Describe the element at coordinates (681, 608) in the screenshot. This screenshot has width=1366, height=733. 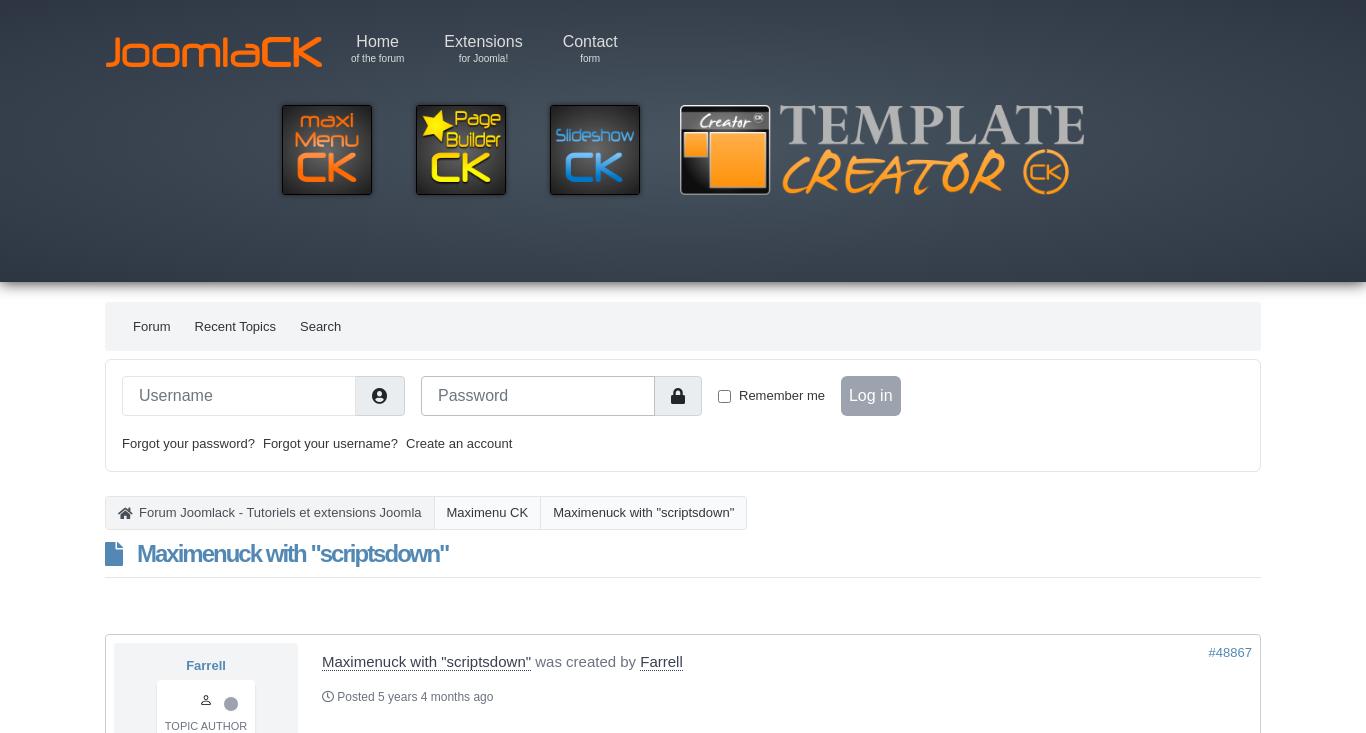
I see `'Time to create page: 0.681 seconds'` at that location.